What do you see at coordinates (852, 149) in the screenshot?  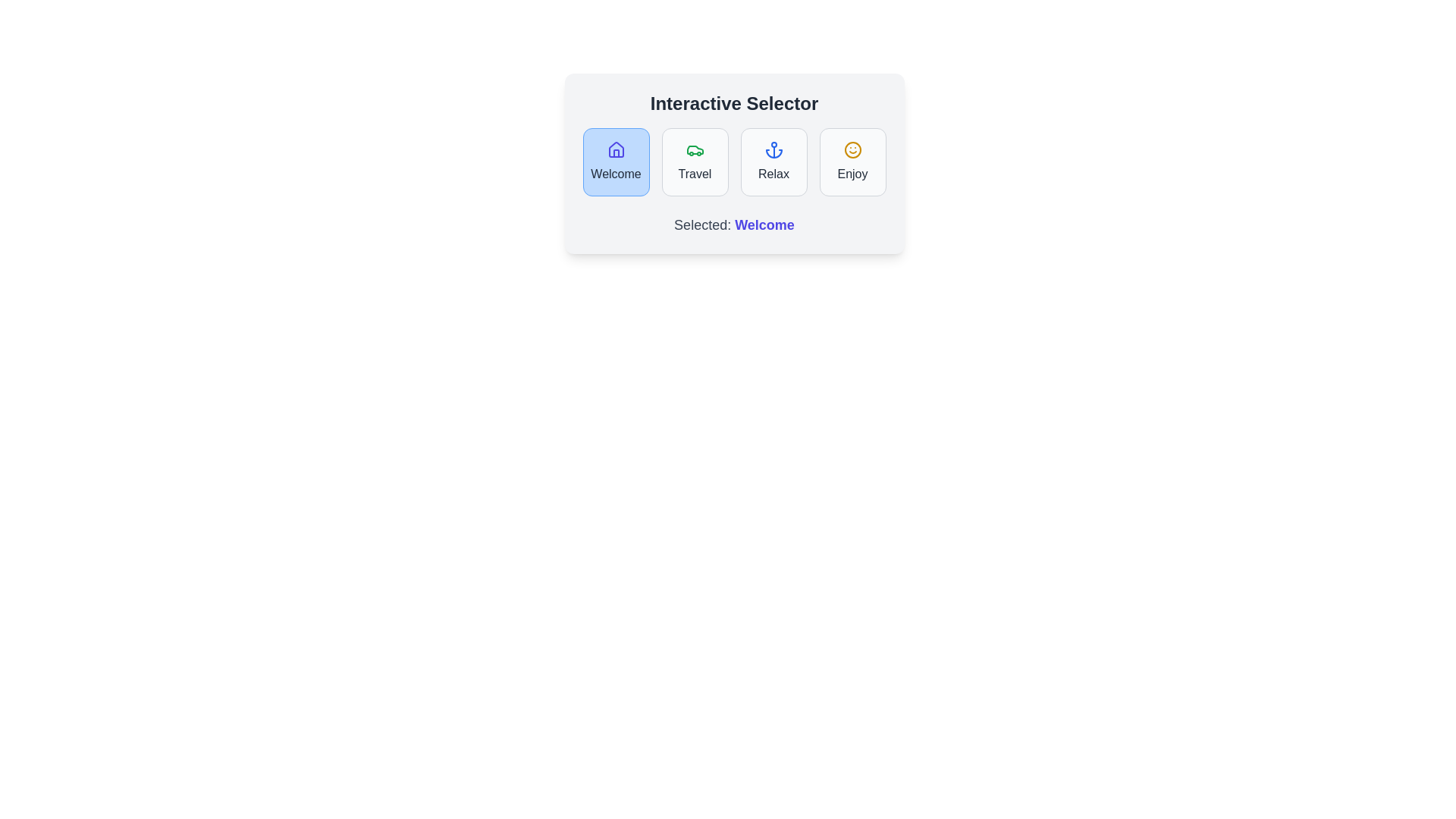 I see `the circular icon component that is part of the smiley face icon, located at the rightmost part of the toolbar among four icons` at bounding box center [852, 149].